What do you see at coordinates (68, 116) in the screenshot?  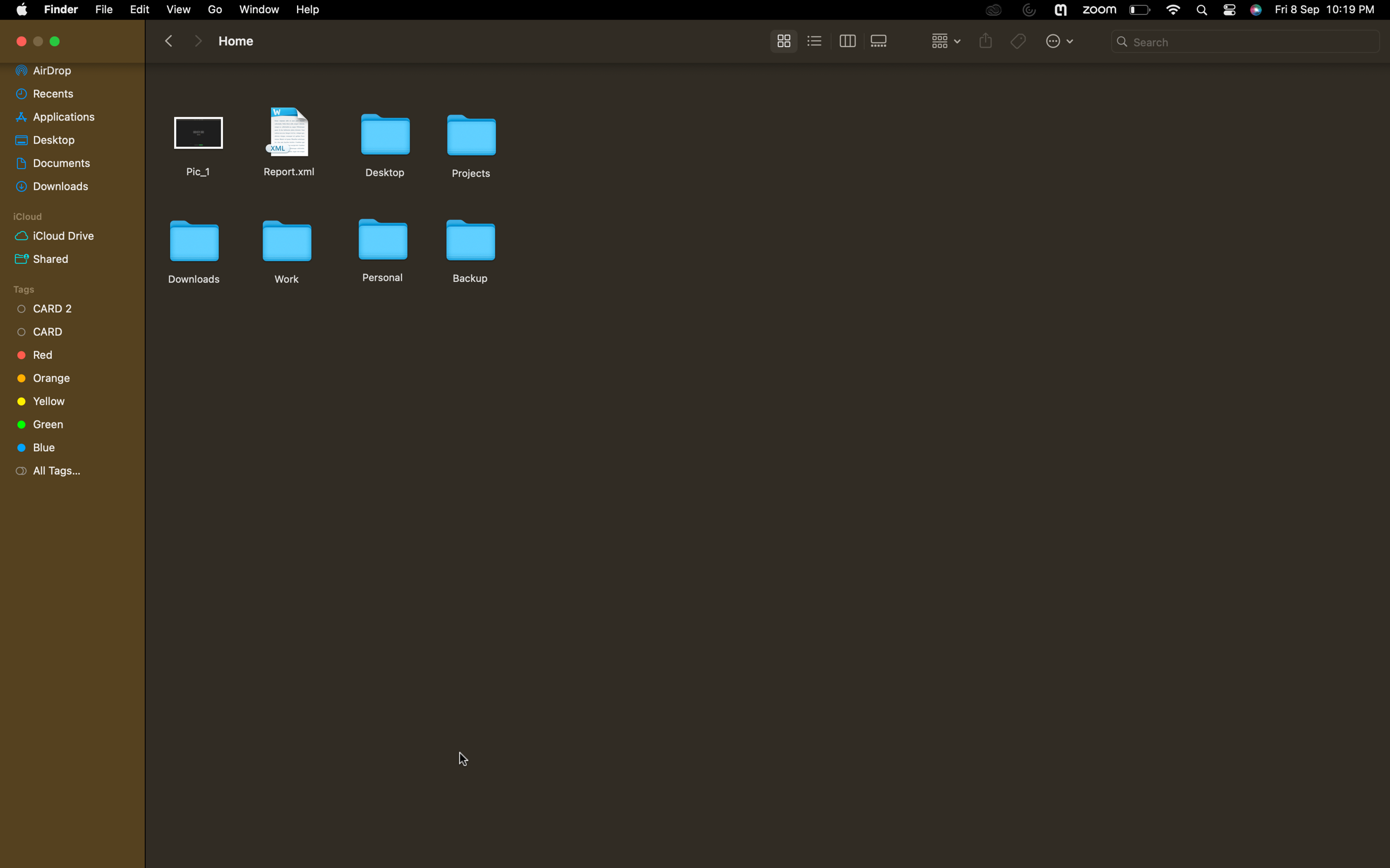 I see `the "applications" folder and scroll to its end` at bounding box center [68, 116].